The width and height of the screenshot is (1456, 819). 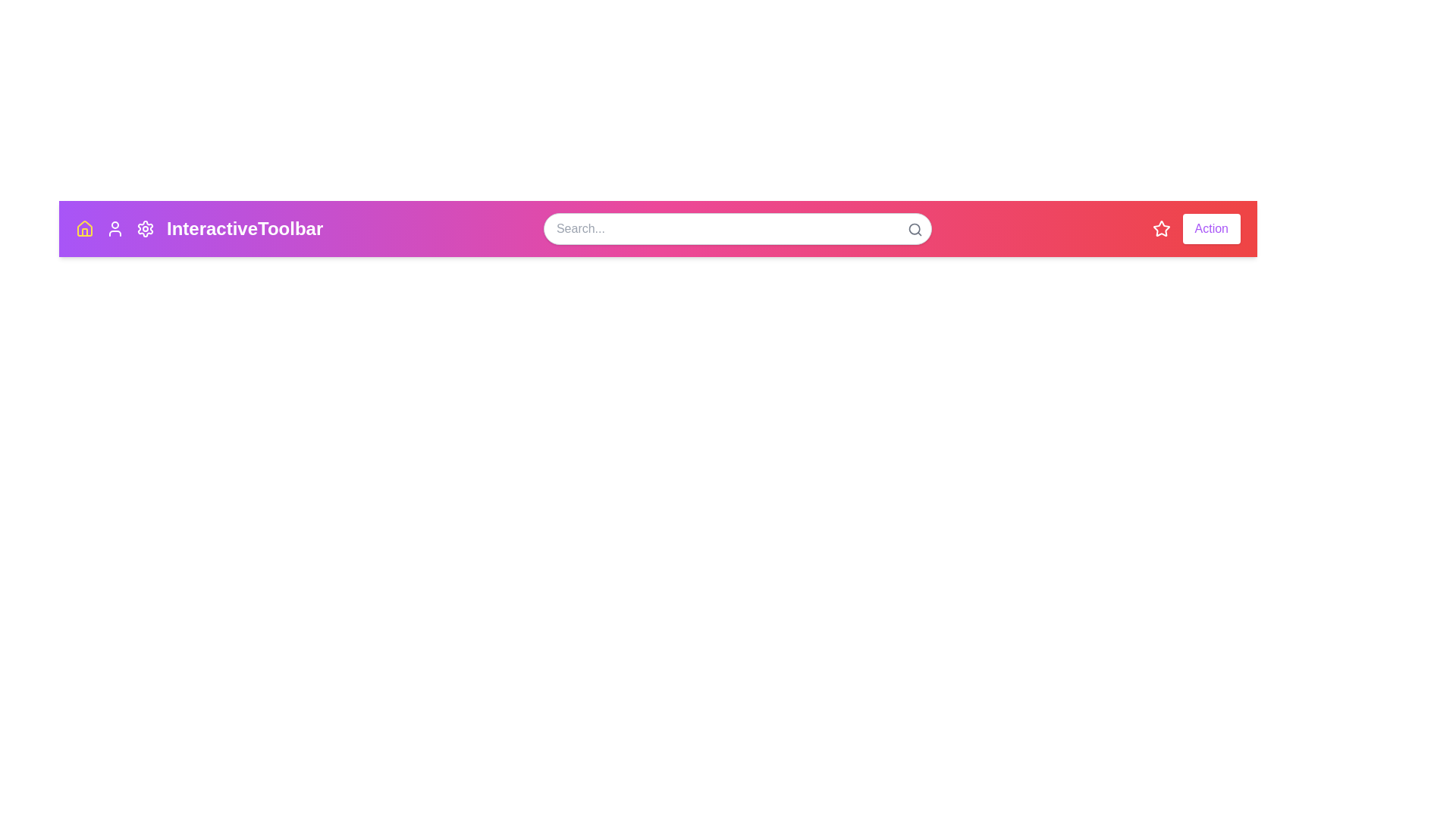 What do you see at coordinates (1160, 228) in the screenshot?
I see `the star icon in the toolbar` at bounding box center [1160, 228].